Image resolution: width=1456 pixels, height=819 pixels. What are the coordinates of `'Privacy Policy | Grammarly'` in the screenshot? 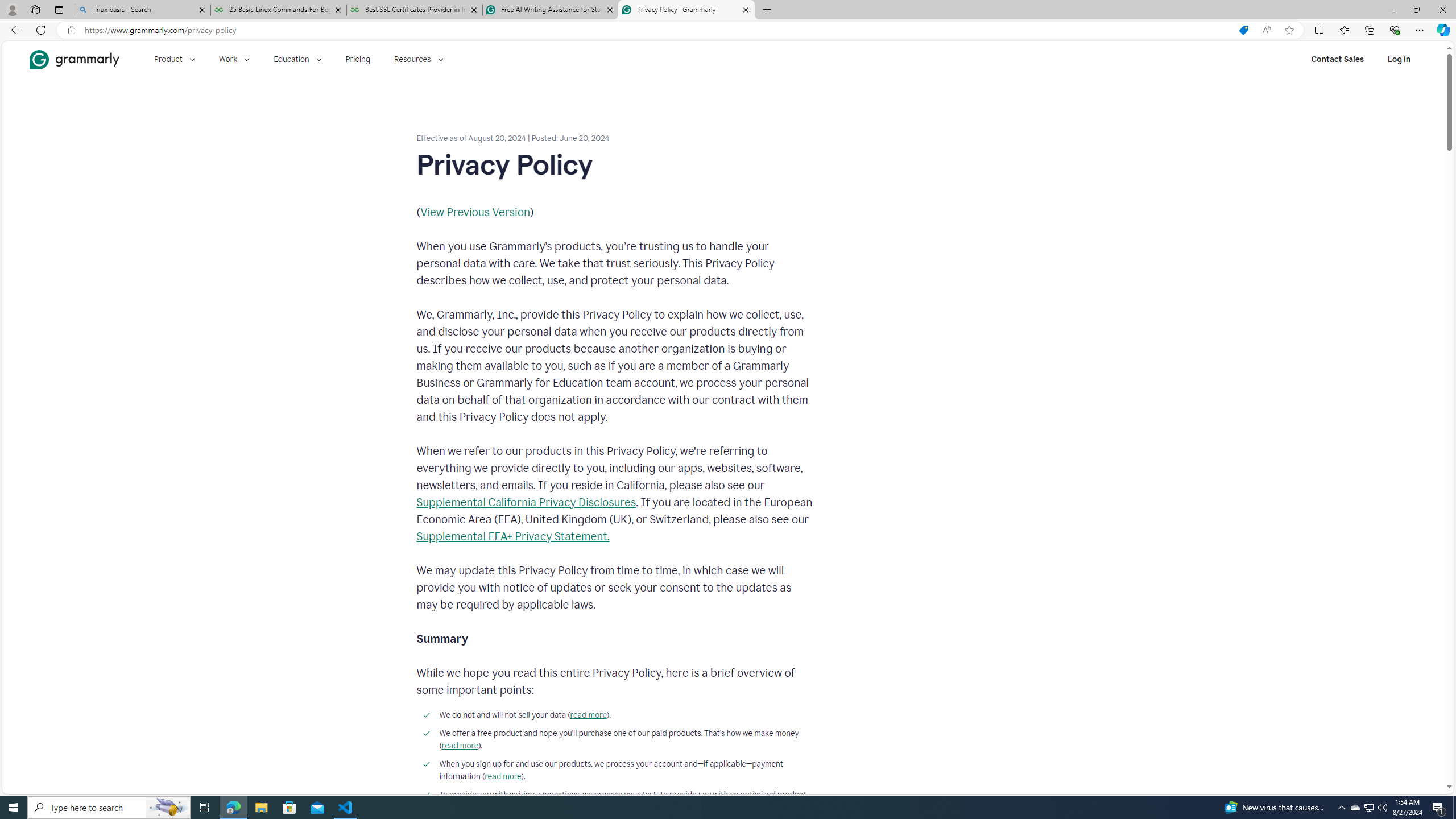 It's located at (685, 9).